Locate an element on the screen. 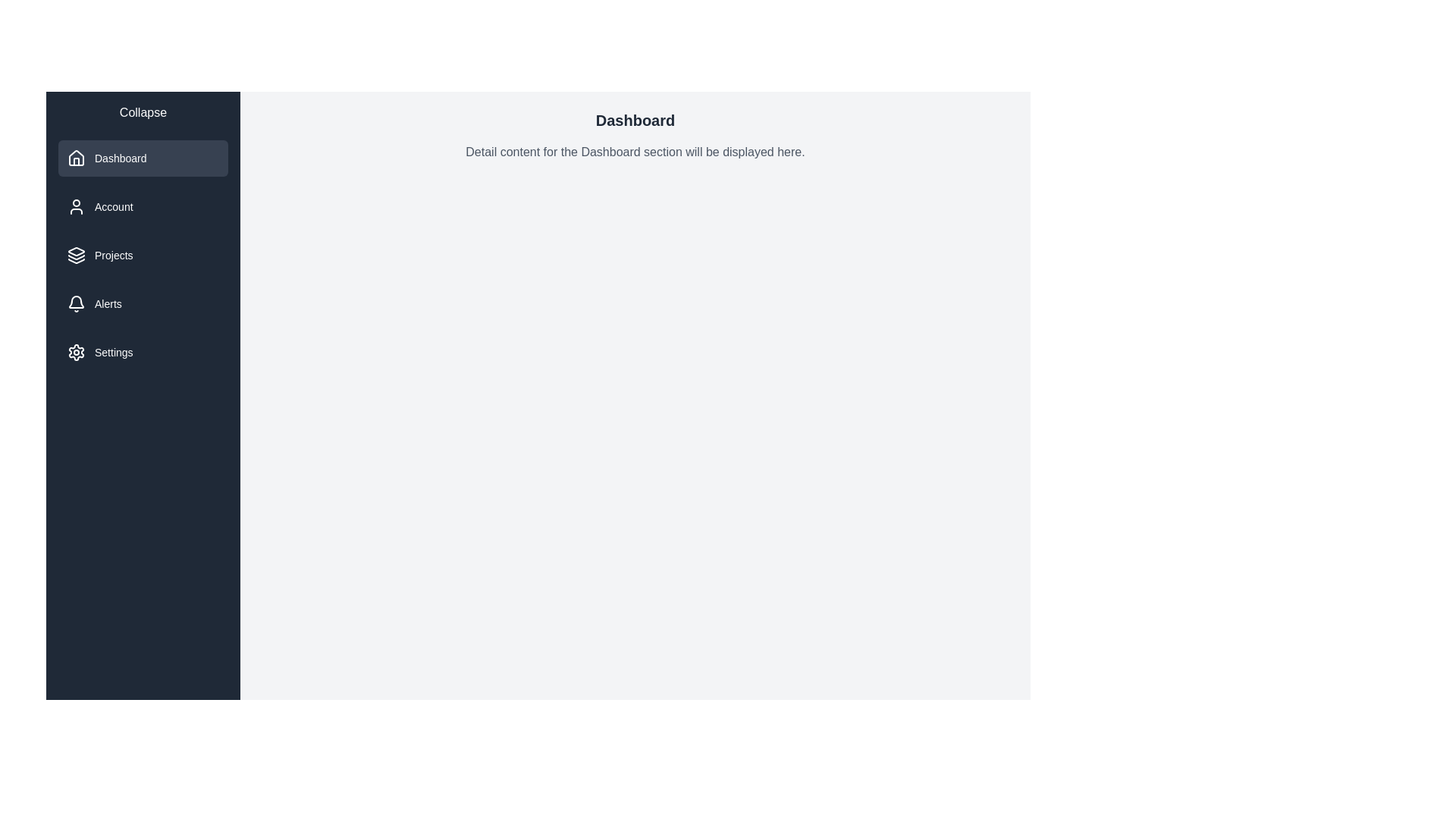 The image size is (1456, 819). the menu item labeled Account to display its related content is located at coordinates (143, 207).